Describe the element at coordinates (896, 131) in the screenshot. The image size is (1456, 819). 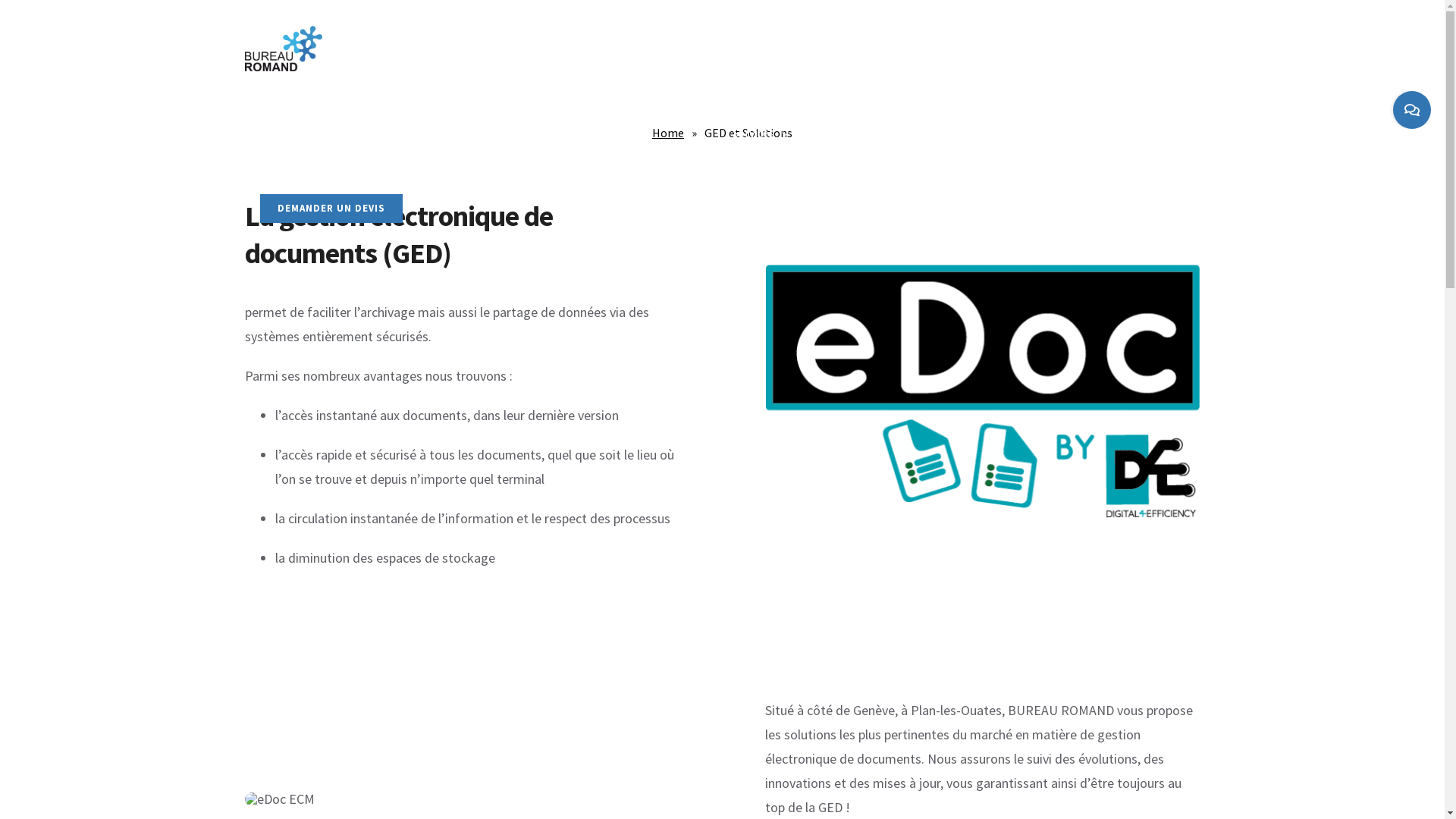
I see `'Contact'` at that location.